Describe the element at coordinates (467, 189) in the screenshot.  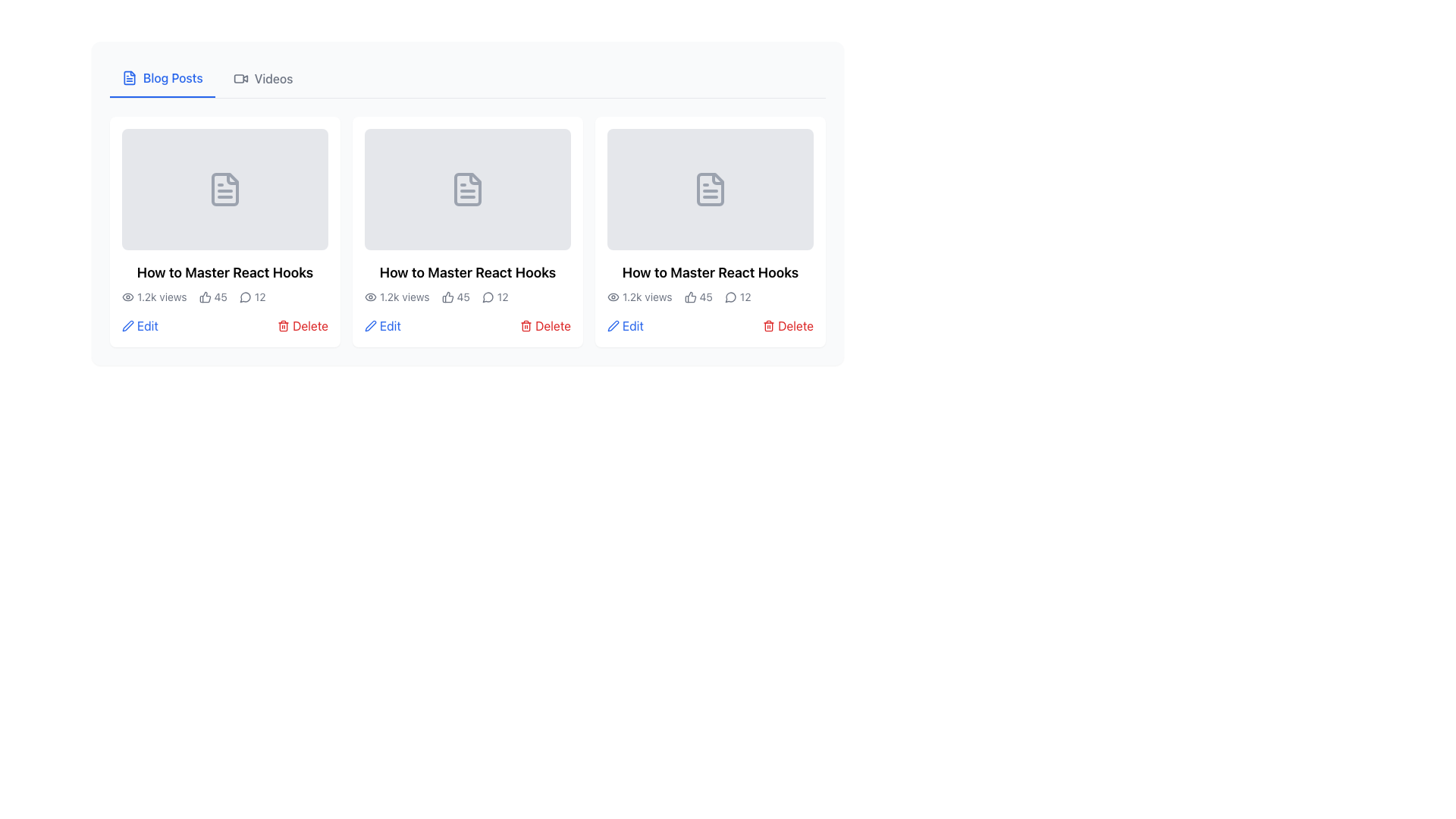
I see `the icon representing the blog post in the upper half of the second card in a group of three horizontally laid out cards` at that location.